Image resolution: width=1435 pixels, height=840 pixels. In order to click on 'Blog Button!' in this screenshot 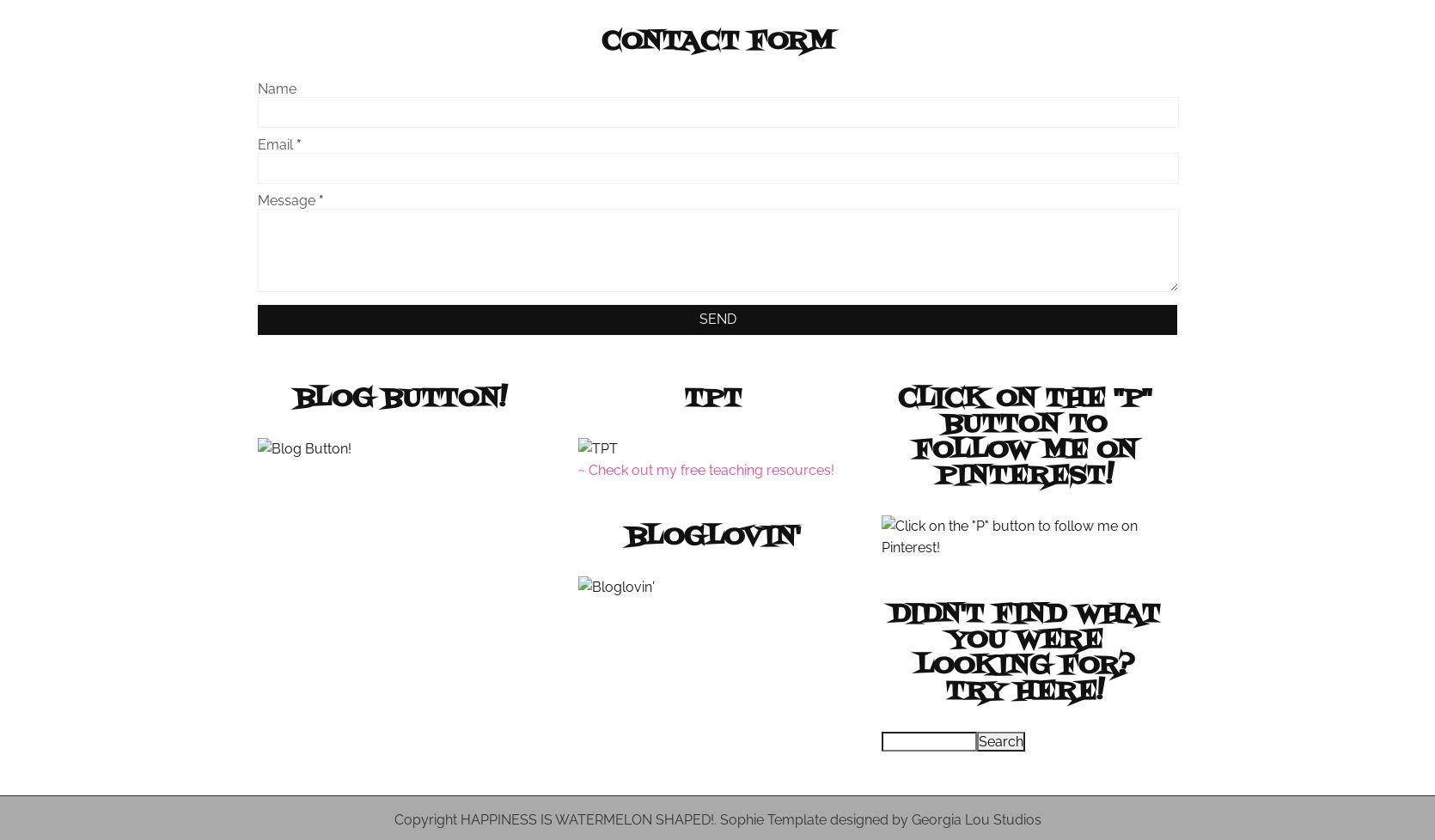, I will do `click(400, 397)`.